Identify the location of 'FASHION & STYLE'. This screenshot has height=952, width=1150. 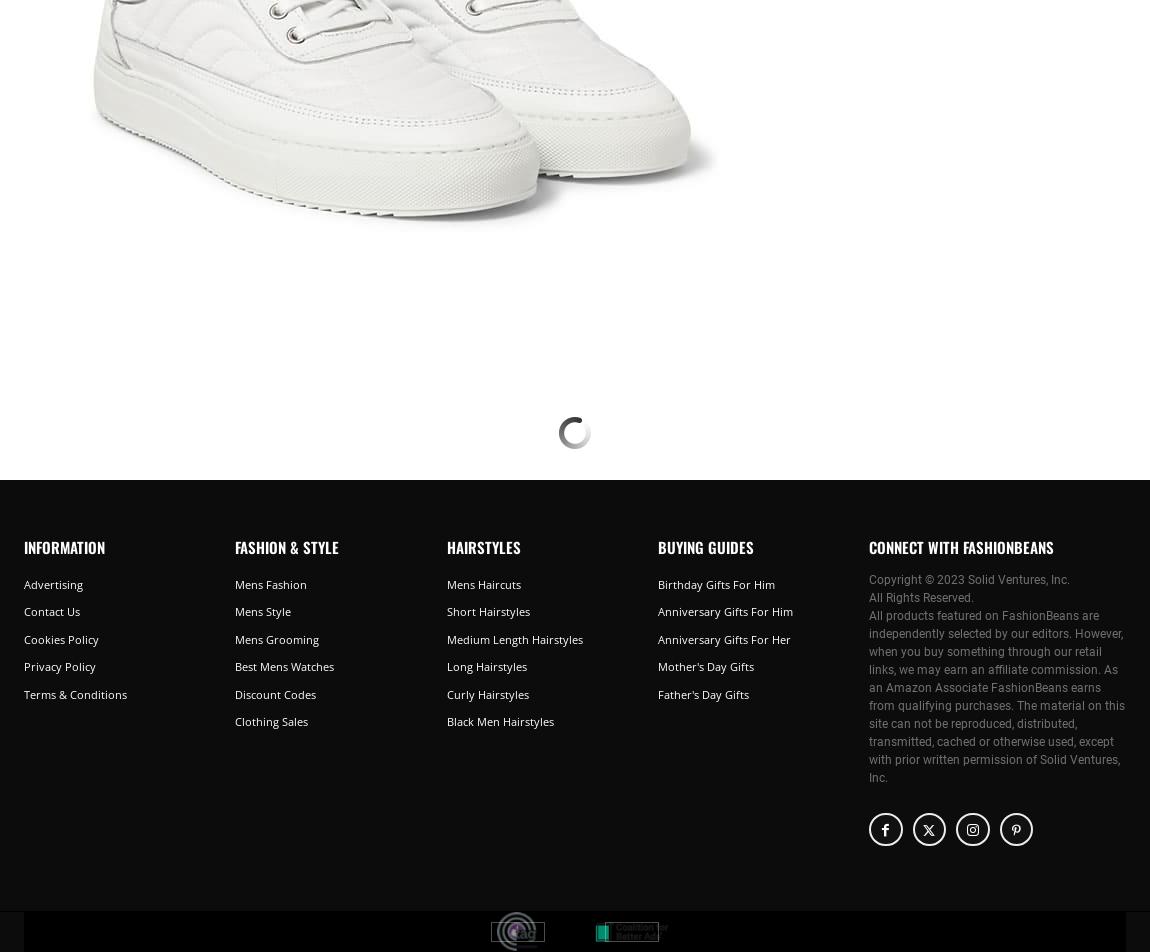
(233, 545).